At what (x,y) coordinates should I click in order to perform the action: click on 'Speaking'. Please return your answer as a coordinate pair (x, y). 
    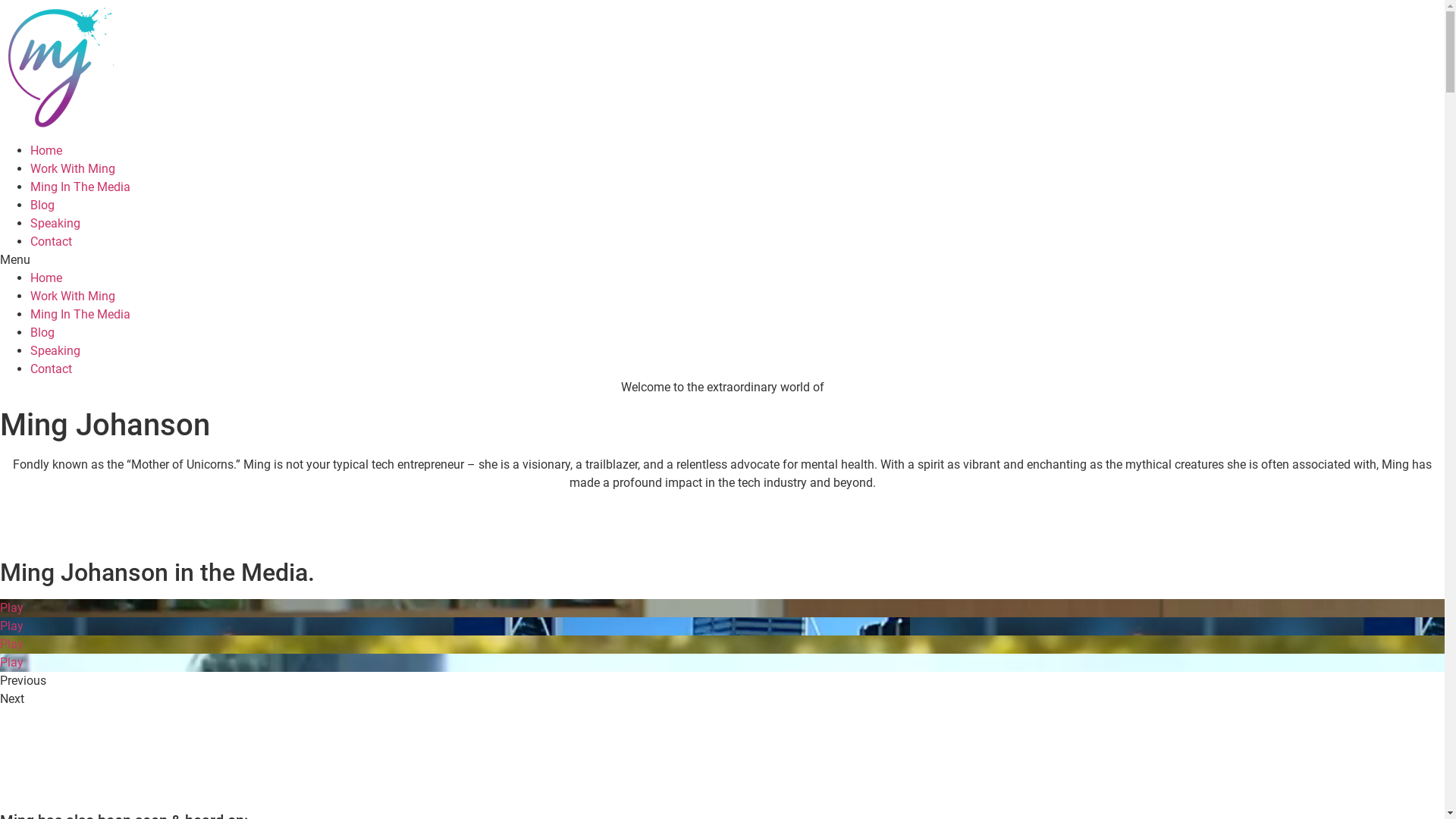
    Looking at the image, I should click on (55, 350).